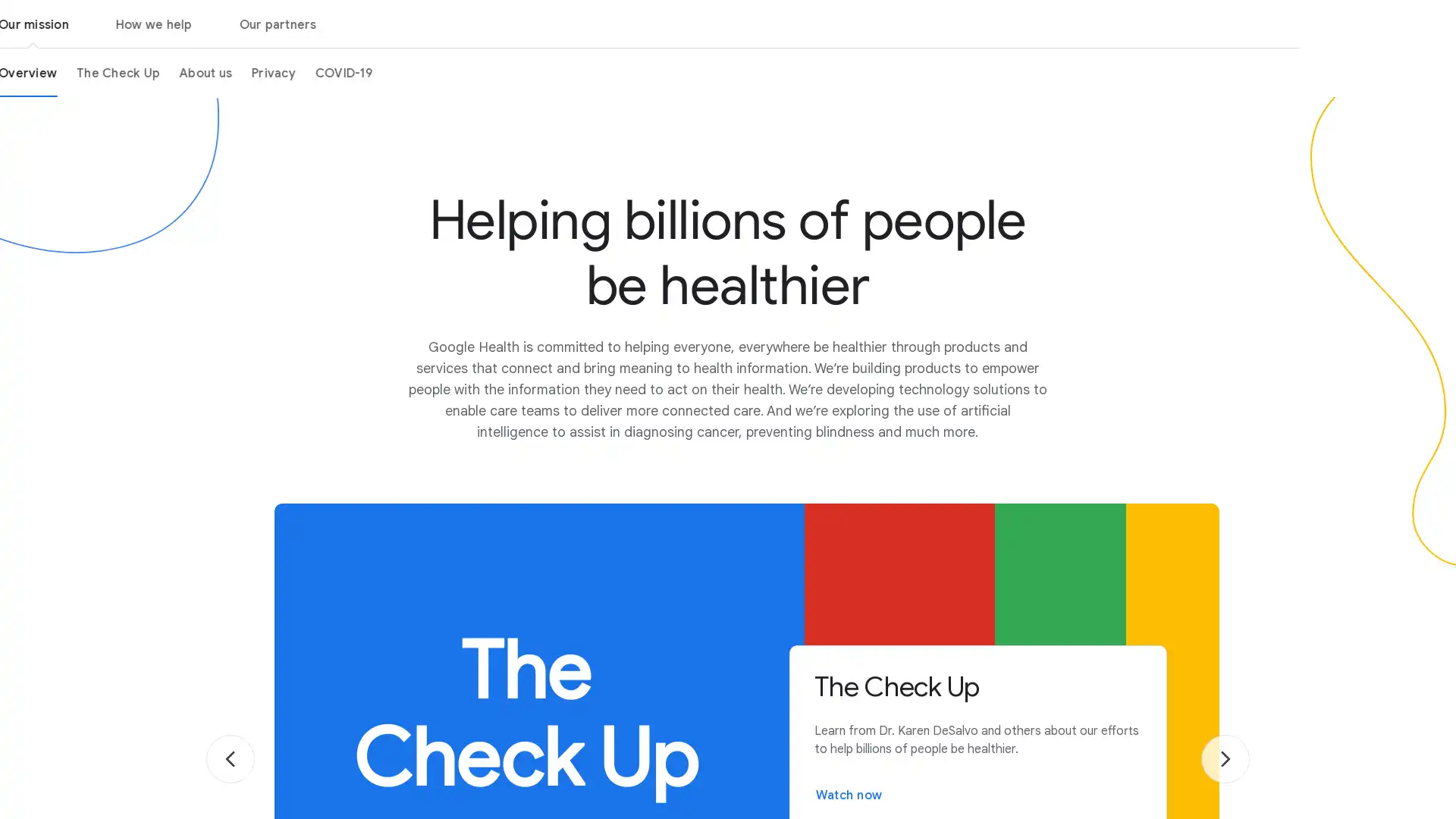 The image size is (1456, 819). I want to click on Previous slide, so click(229, 759).